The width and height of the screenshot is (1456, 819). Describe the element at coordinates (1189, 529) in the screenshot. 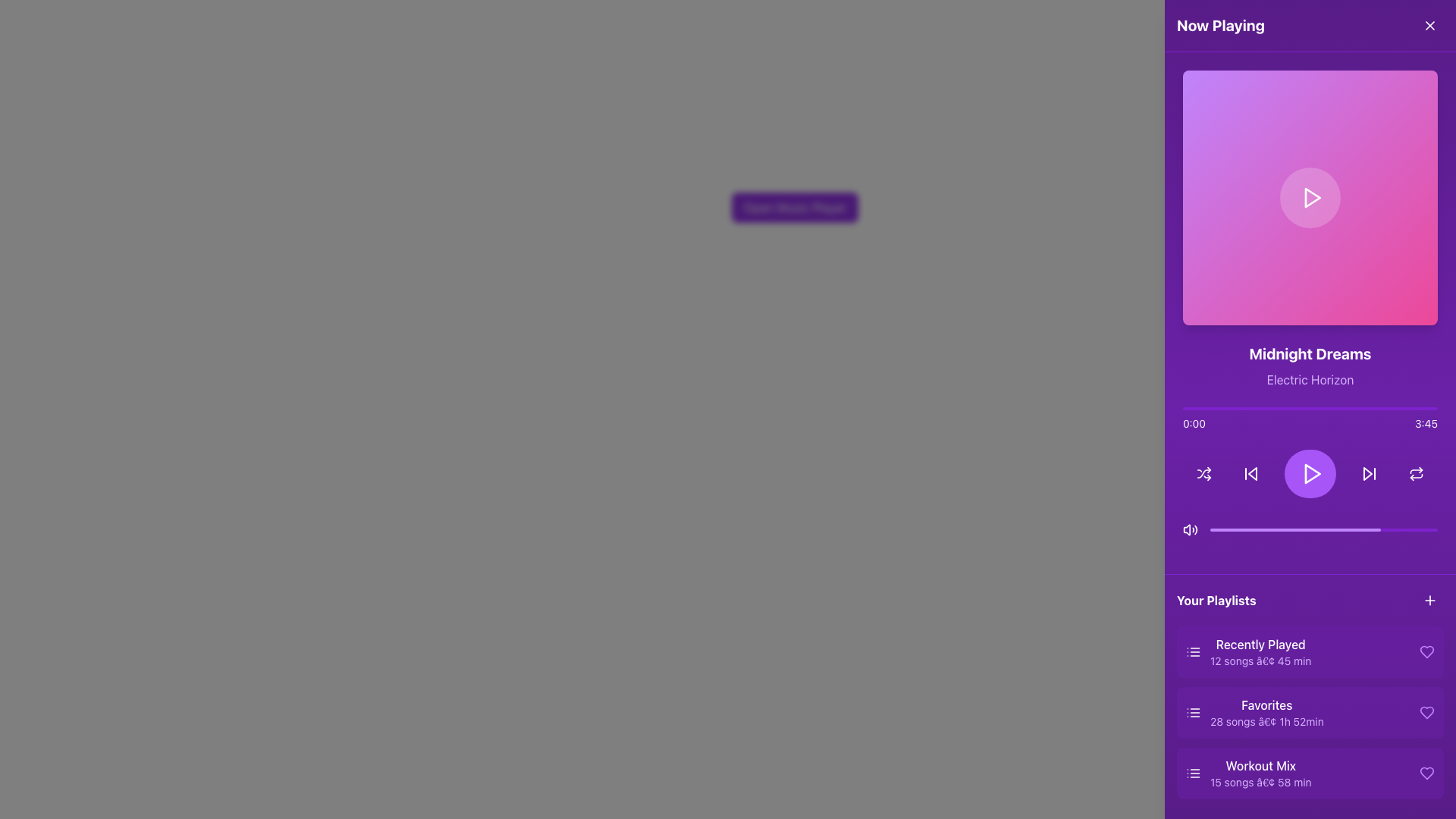

I see `the speaker icon with waves, which is styled in white on a purple background and located` at that location.